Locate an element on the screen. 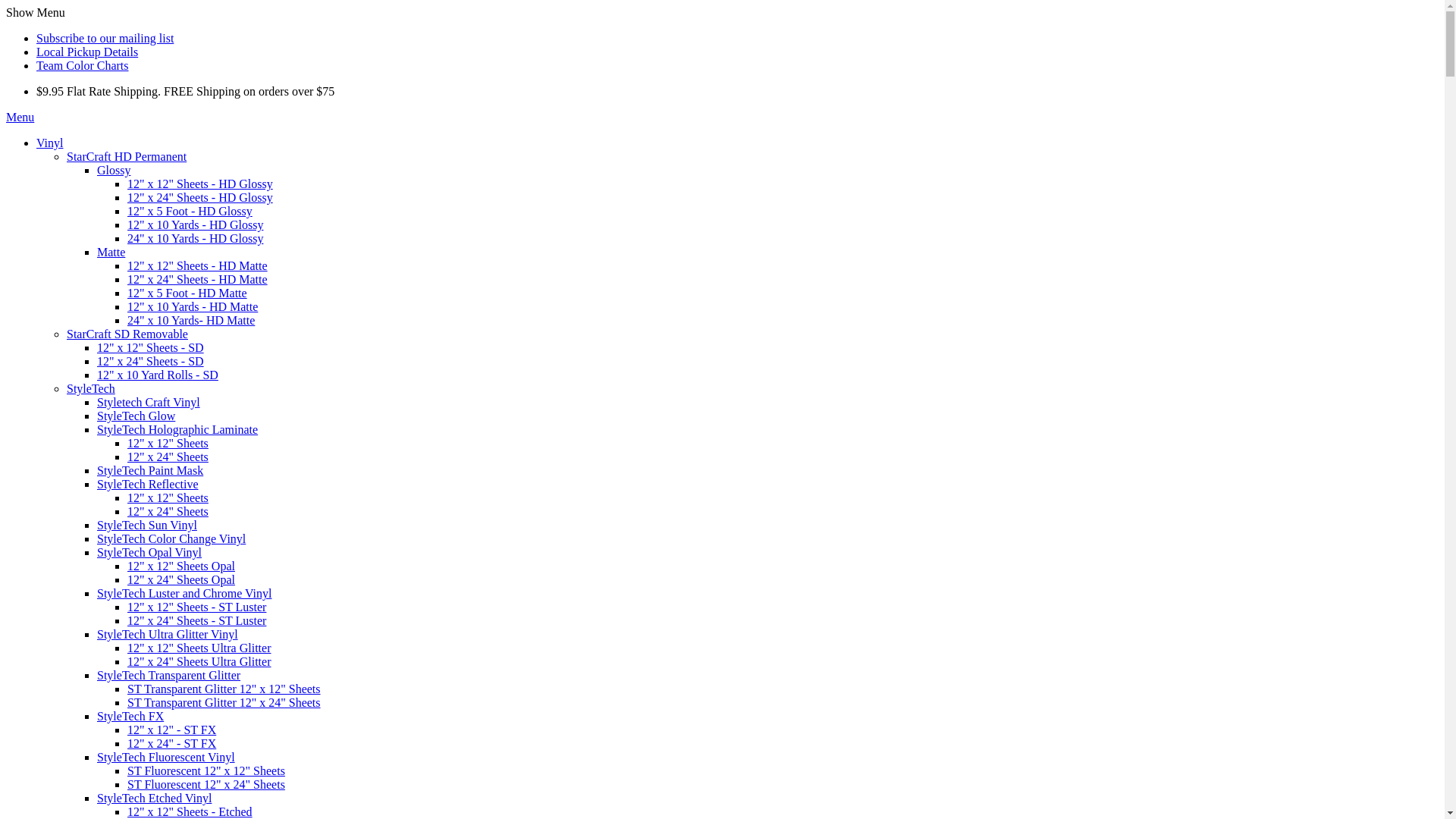 Image resolution: width=1456 pixels, height=819 pixels. '12" x 24" Sheets - HD Glossy' is located at coordinates (199, 196).